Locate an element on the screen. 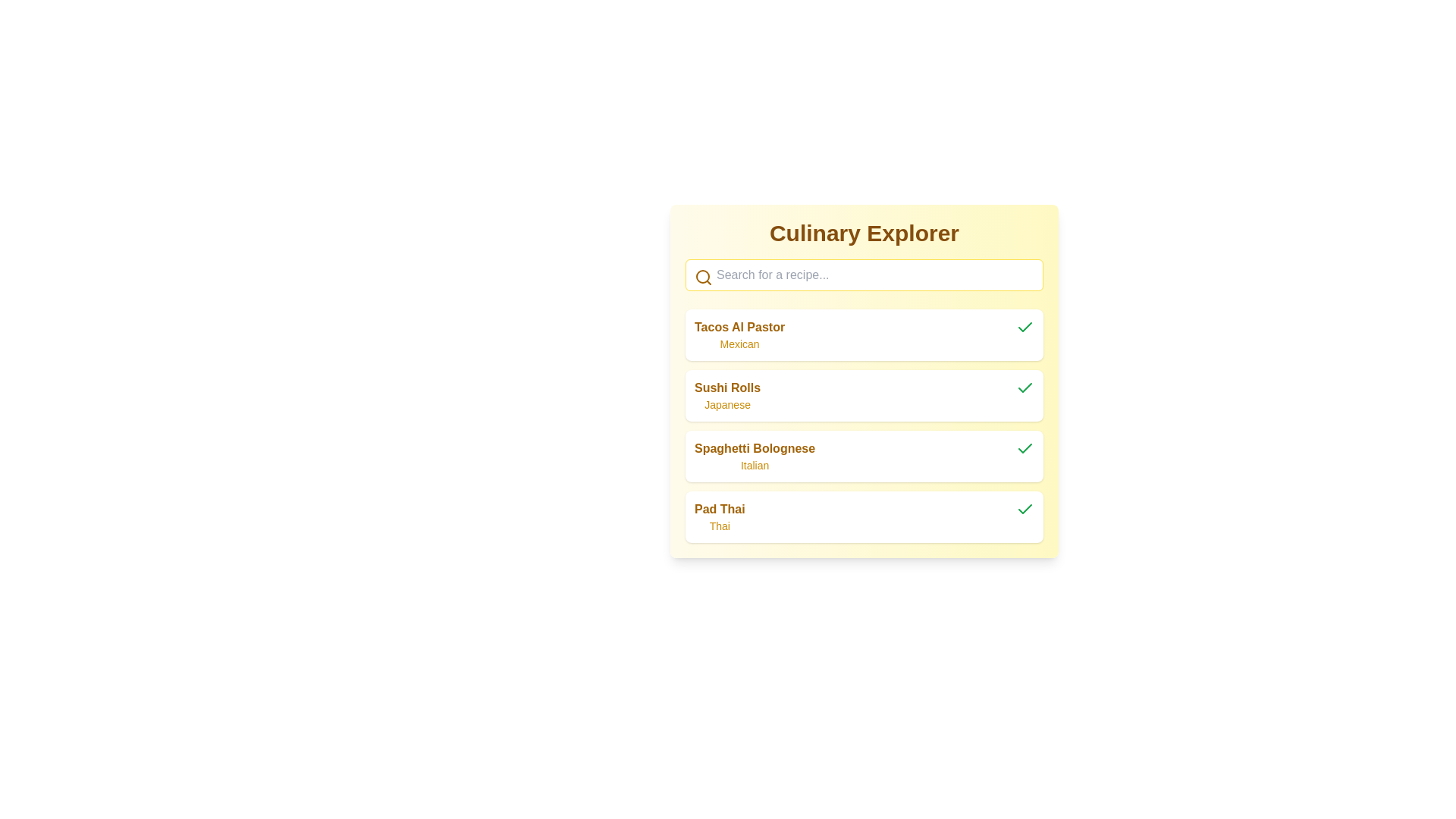 This screenshot has width=1456, height=819. the decorative Circle element that enhances the search icon, simulating the magnifying glass lens is located at coordinates (701, 277).